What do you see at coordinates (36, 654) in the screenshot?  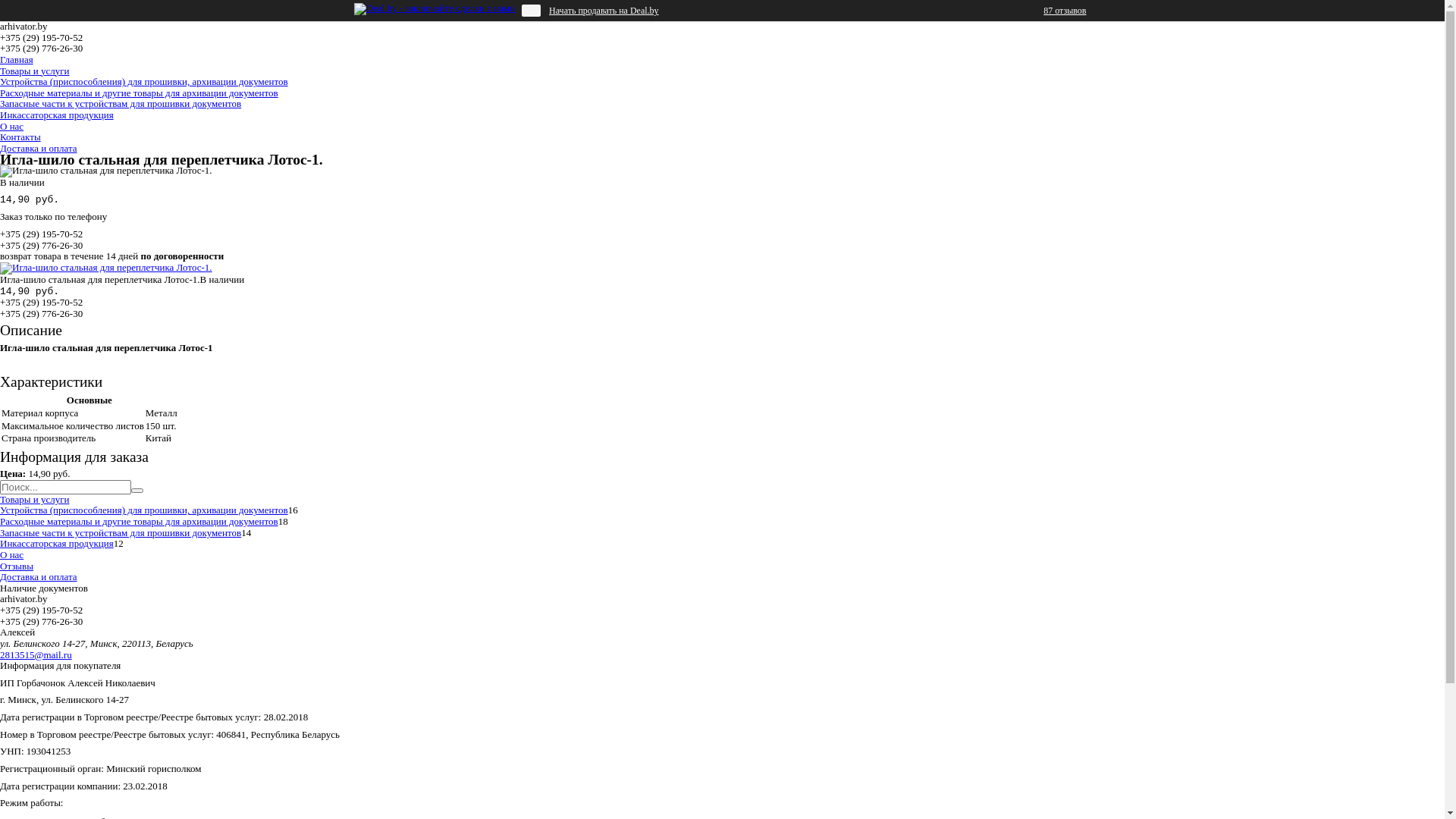 I see `'2813515@mail.ru'` at bounding box center [36, 654].